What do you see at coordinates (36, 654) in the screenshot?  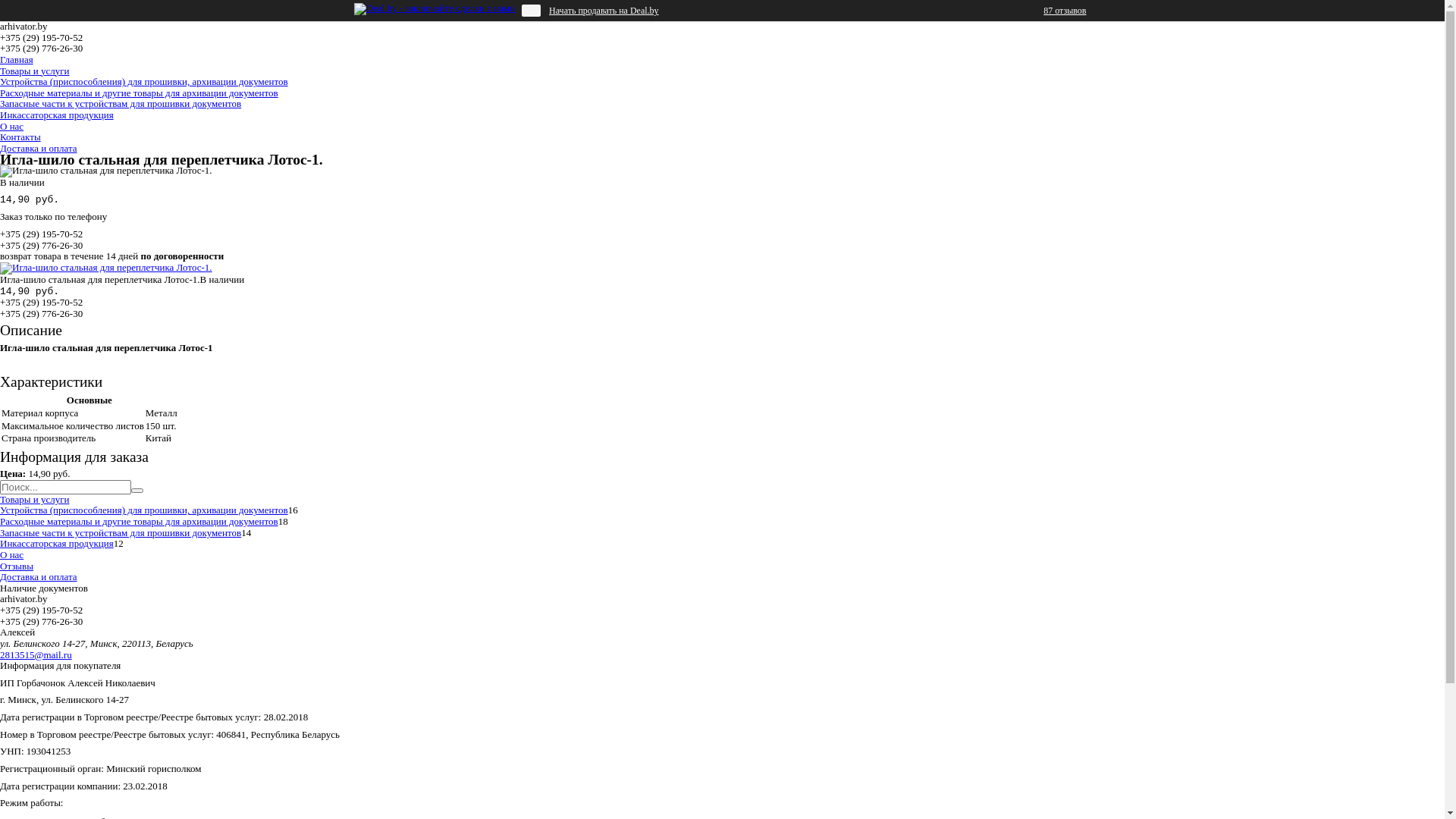 I see `'2813515@mail.ru'` at bounding box center [36, 654].